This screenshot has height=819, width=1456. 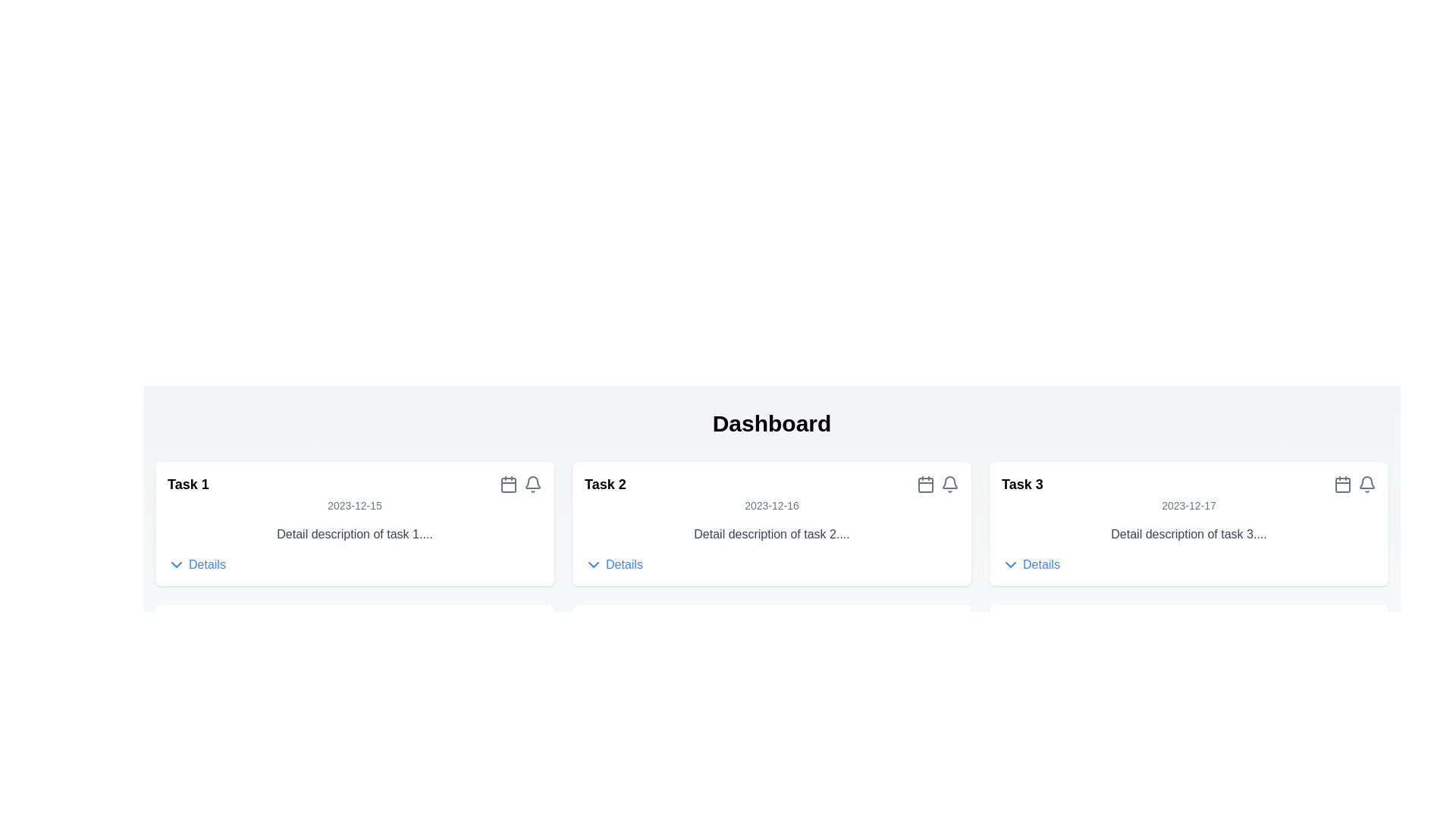 I want to click on the calendar icon, which is the first icon in a group located at the top-right corner of the 'Task 1' card, so click(x=520, y=485).